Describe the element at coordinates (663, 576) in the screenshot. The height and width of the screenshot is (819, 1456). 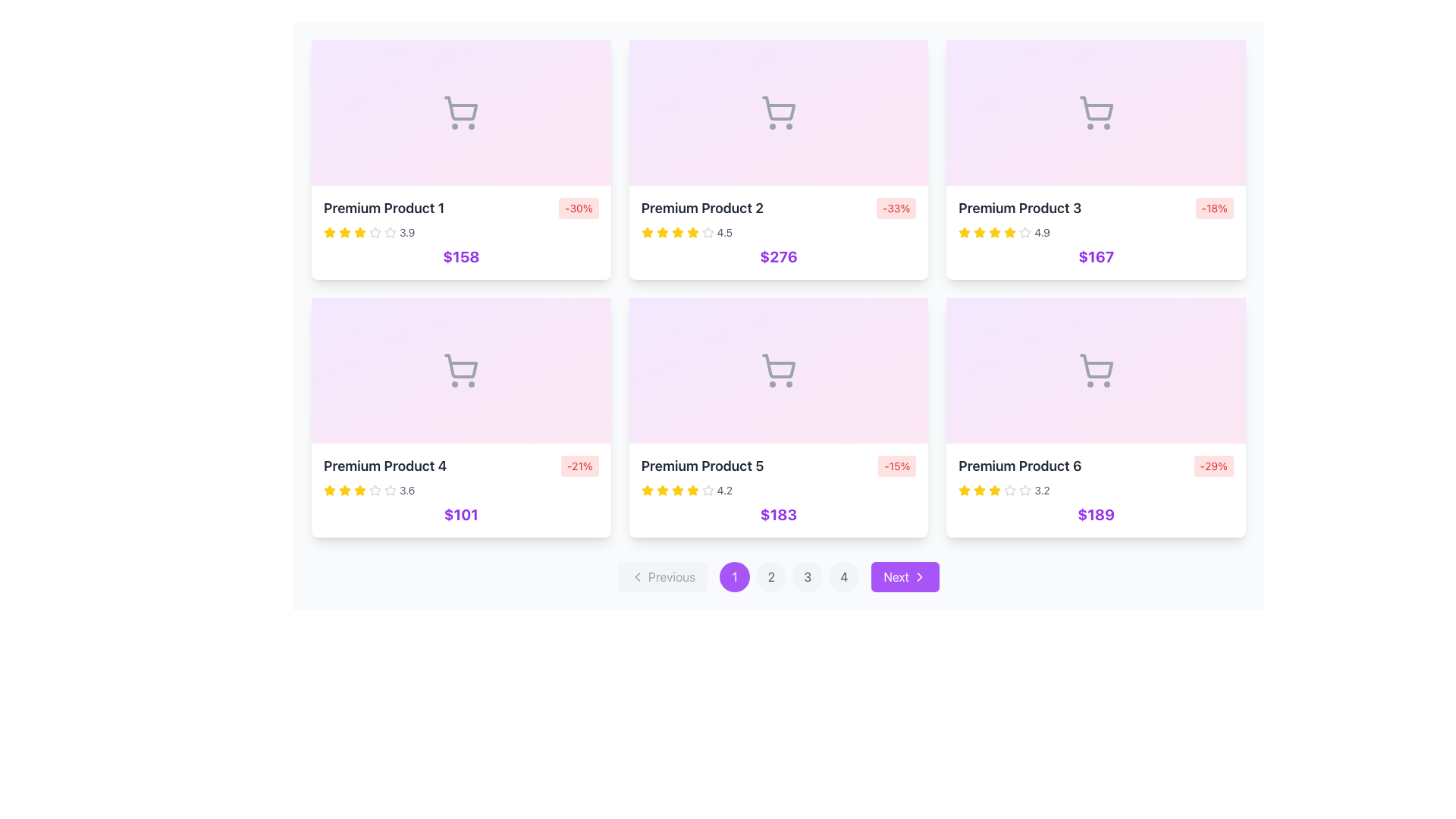
I see `the 'Previous' button, which is a rectangular button with a light gray background and rounded corners, featuring gray text and a leftward-pointing arrow icon, located at the bottom left of the navigation controls` at that location.